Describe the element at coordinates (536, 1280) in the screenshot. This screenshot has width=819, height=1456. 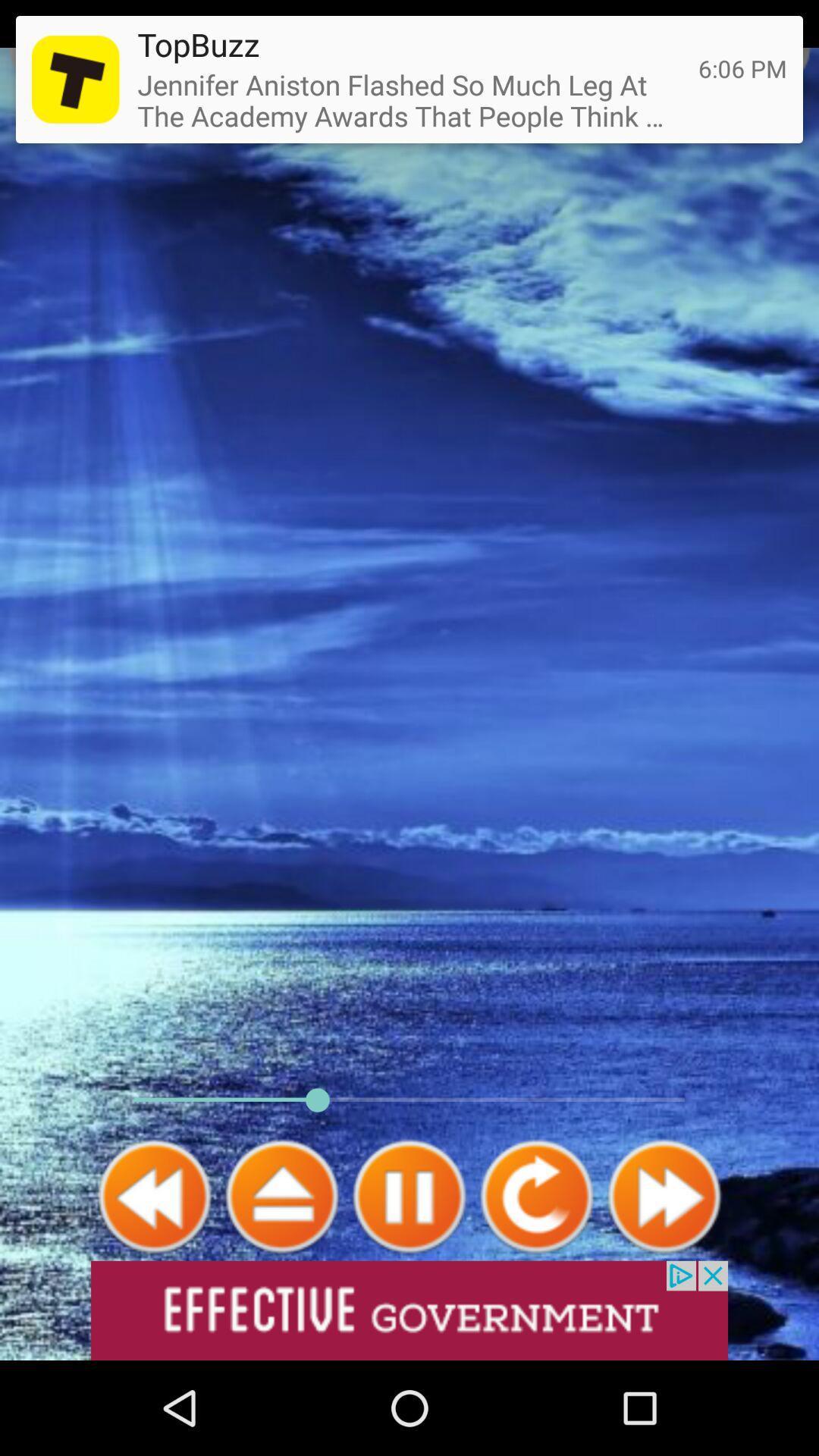
I see `the refresh icon` at that location.